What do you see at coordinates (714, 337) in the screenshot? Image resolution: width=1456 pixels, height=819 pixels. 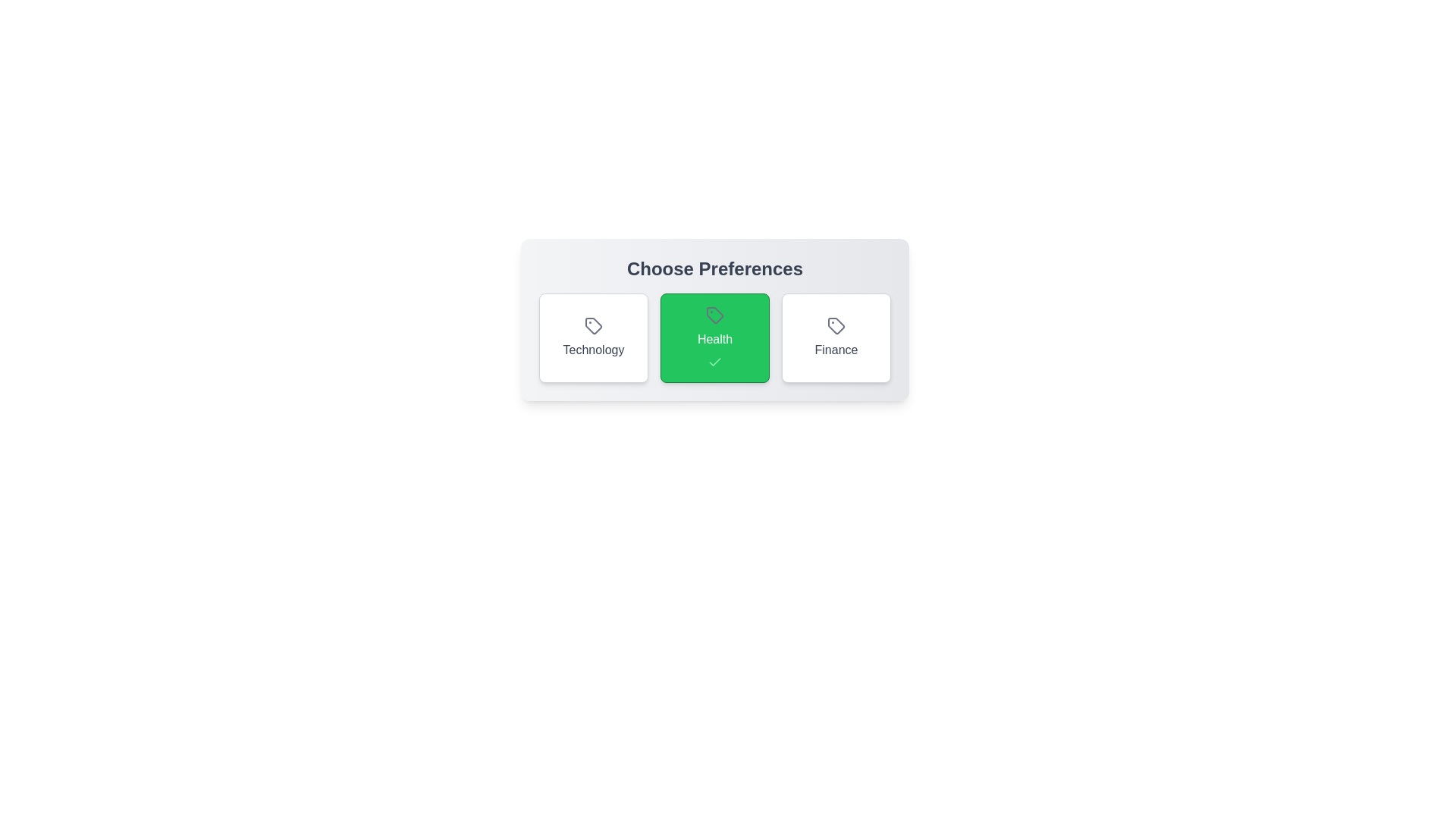 I see `the preference button labeled Health` at bounding box center [714, 337].